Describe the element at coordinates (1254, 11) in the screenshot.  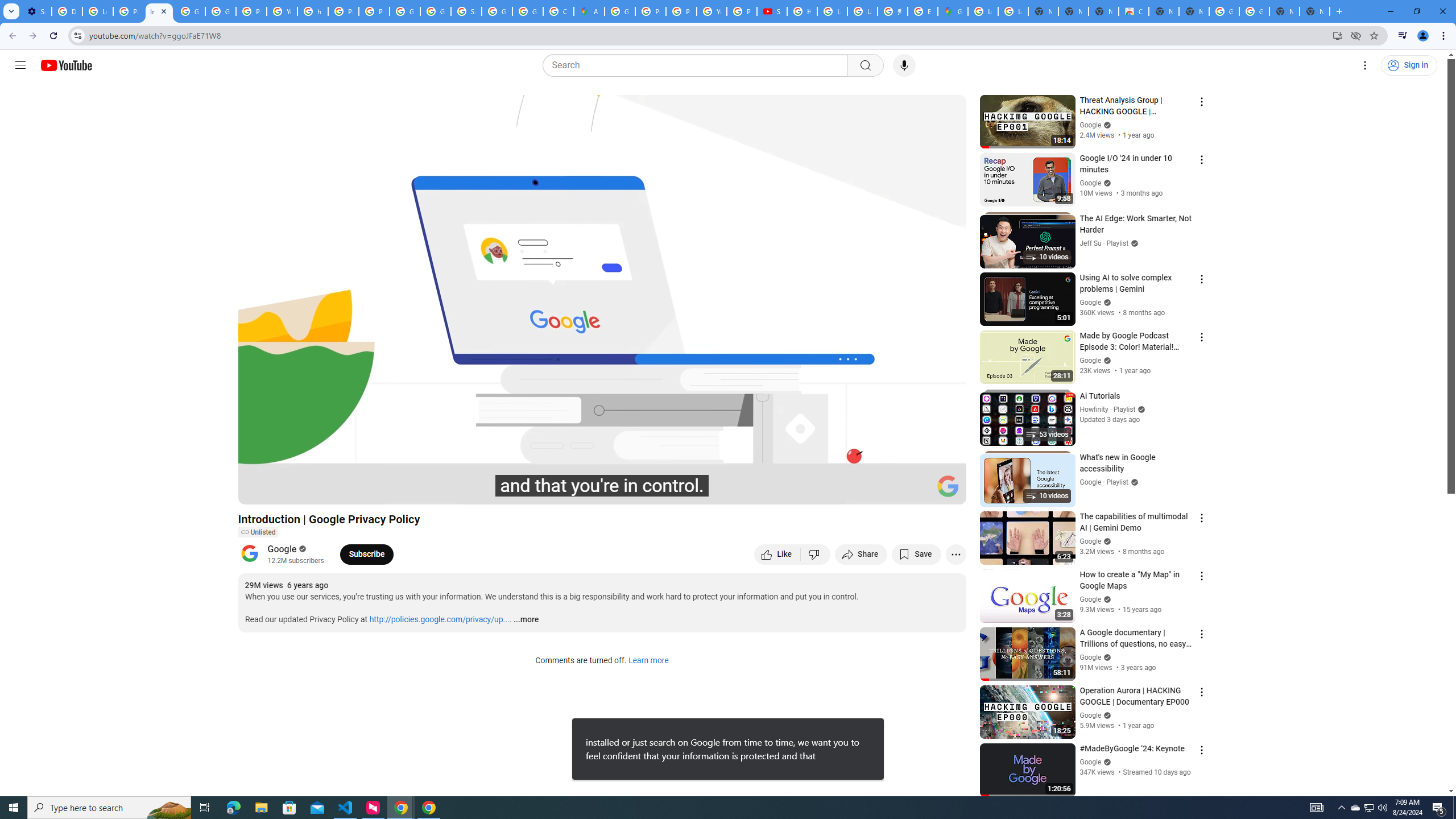
I see `'Google Images'` at that location.